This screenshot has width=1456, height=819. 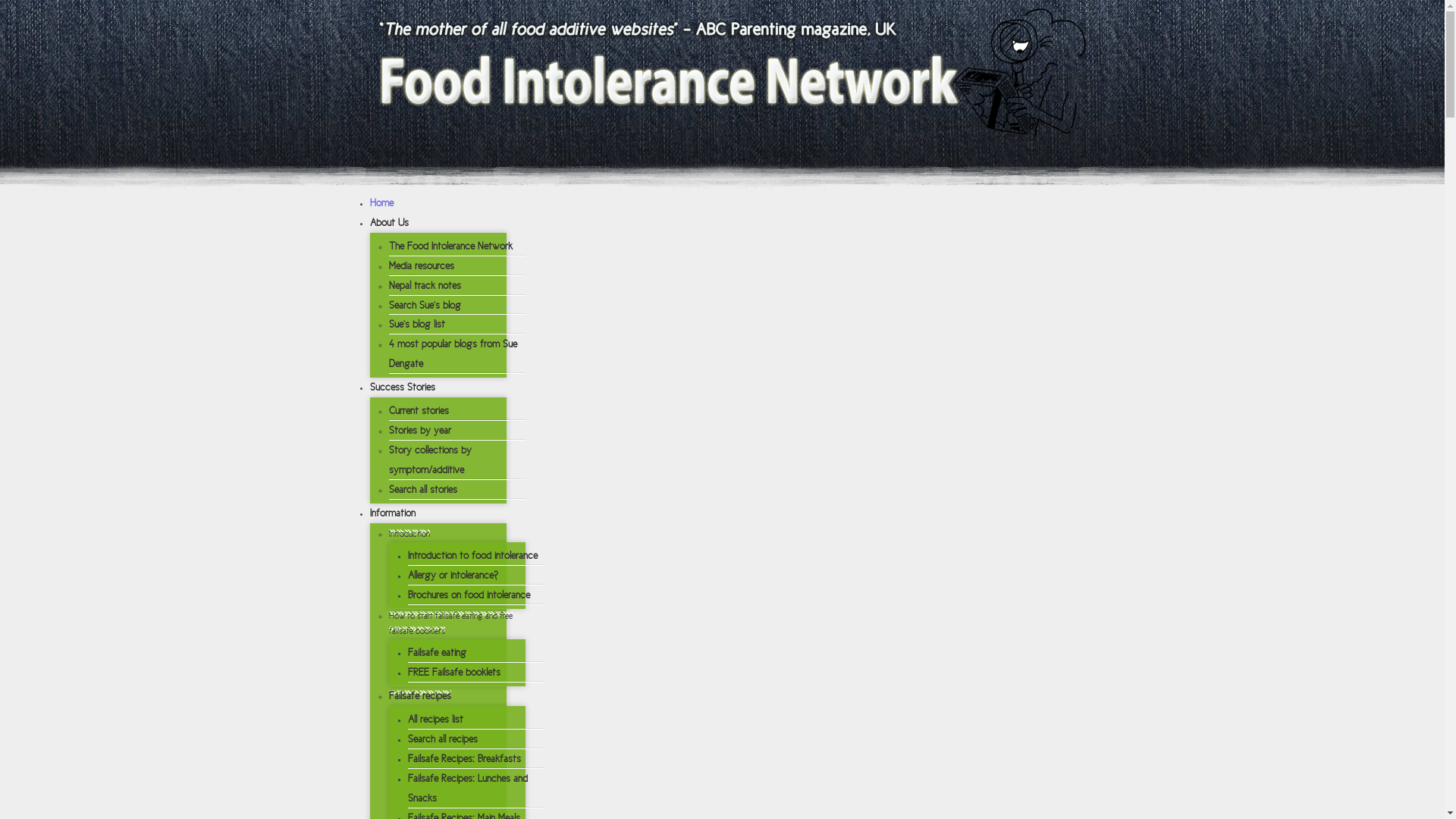 I want to click on 'Success Stories', so click(x=403, y=386).